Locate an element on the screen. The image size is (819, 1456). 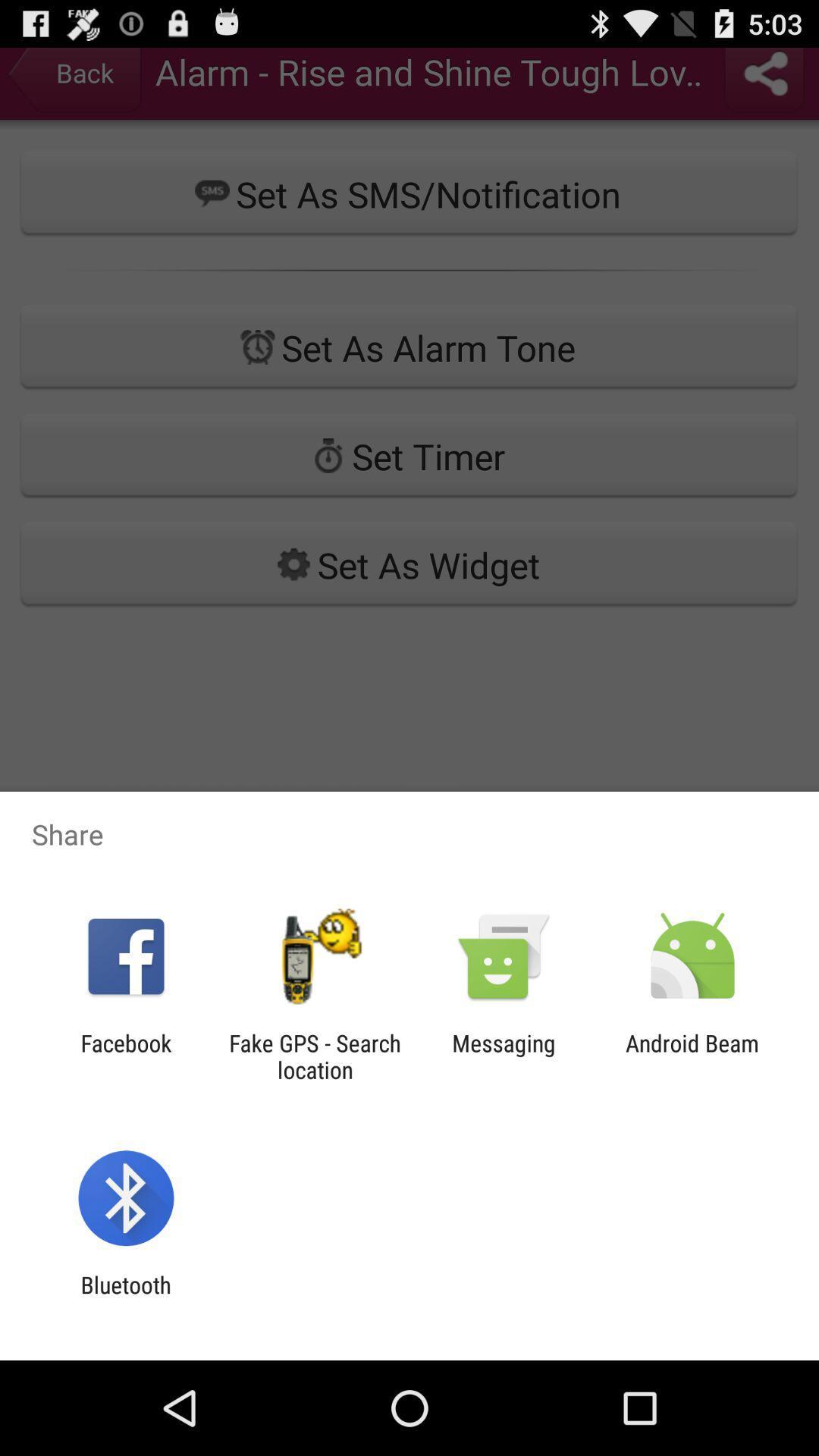
fake gps search icon is located at coordinates (314, 1056).